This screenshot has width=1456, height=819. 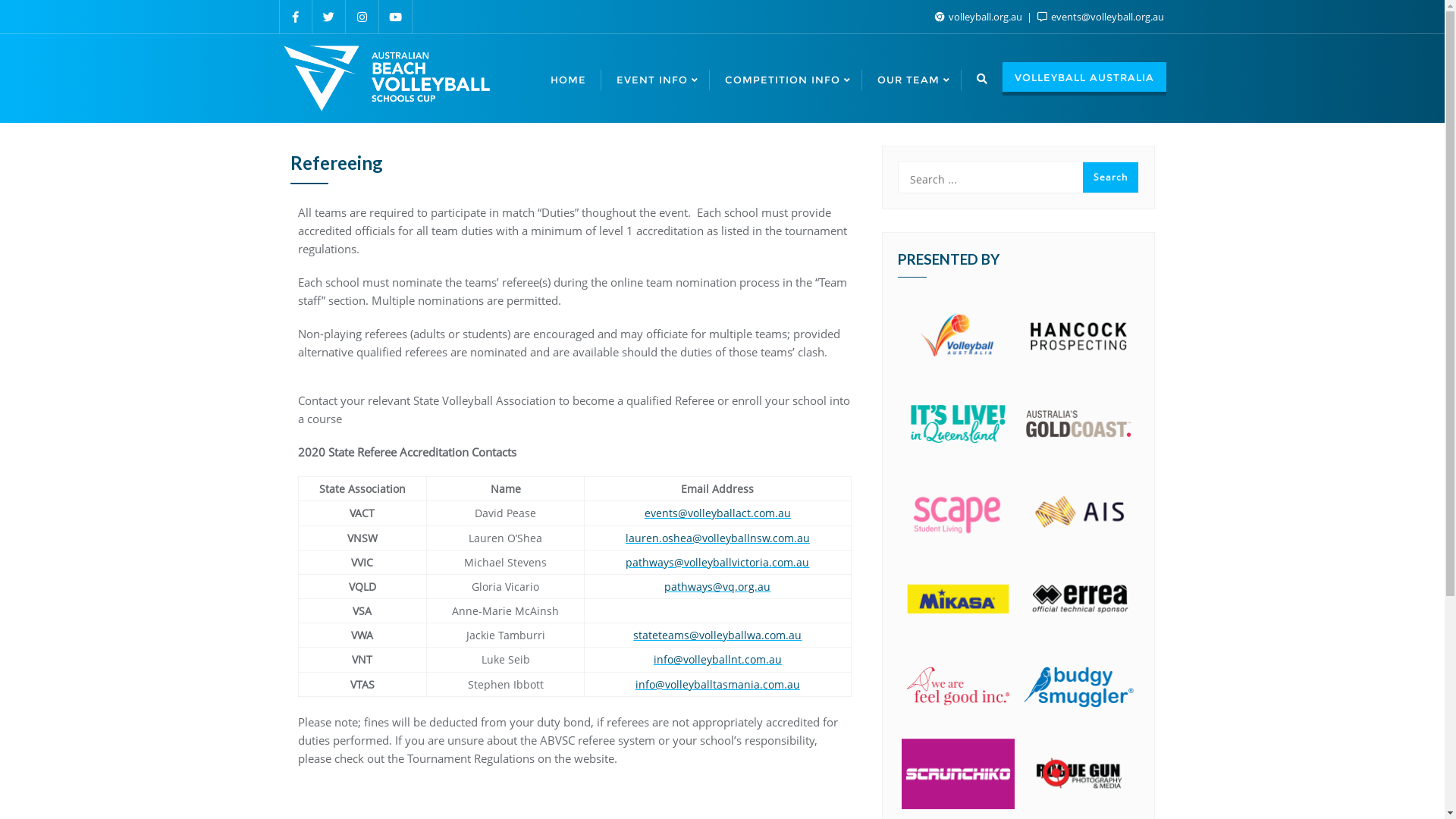 I want to click on 'stateteams@volleyballwa.com.au', so click(x=716, y=635).